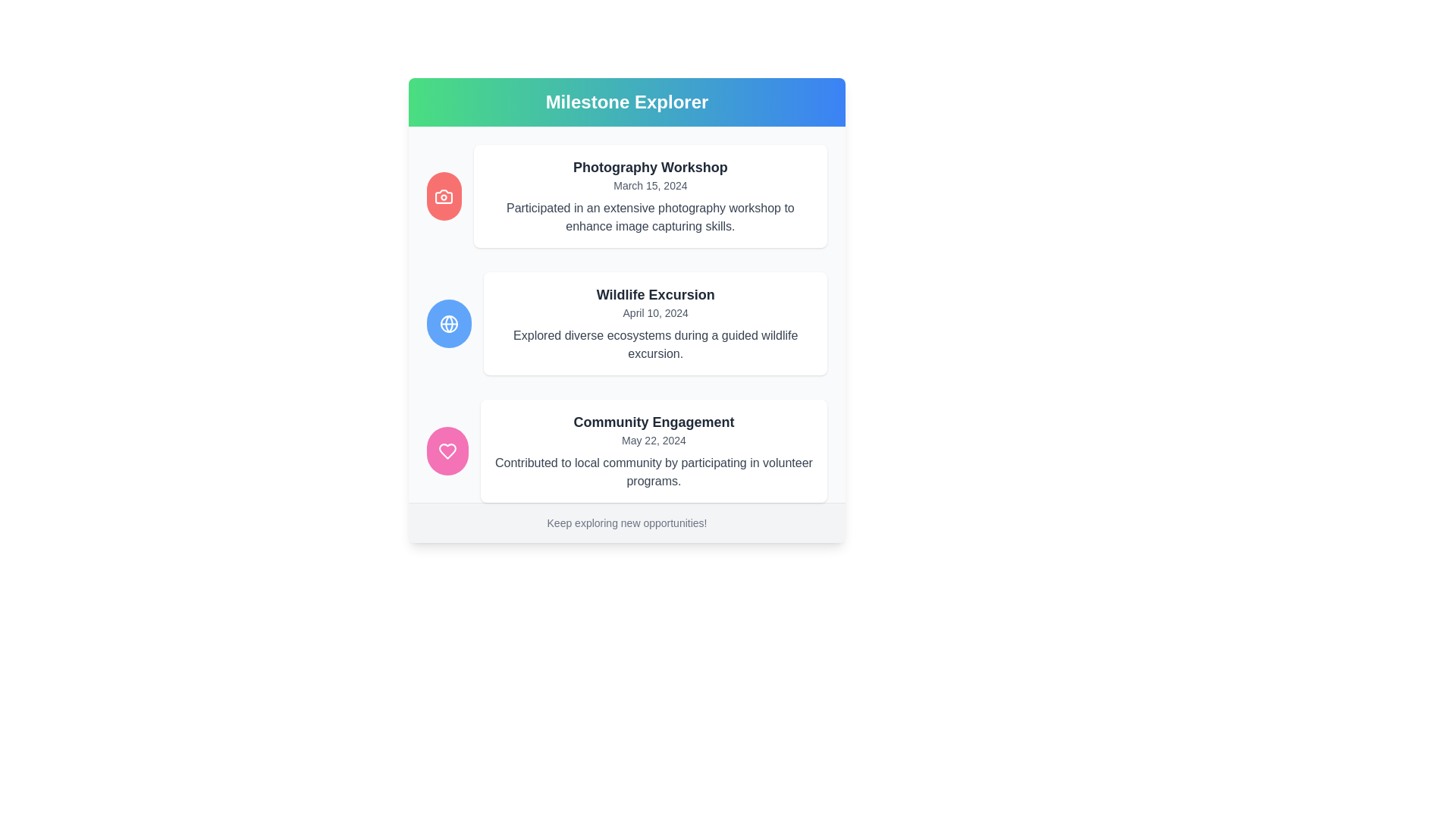  I want to click on the text label that reads 'Keep exploring new opportunities!' located at the bottom of the main information card, so click(626, 522).